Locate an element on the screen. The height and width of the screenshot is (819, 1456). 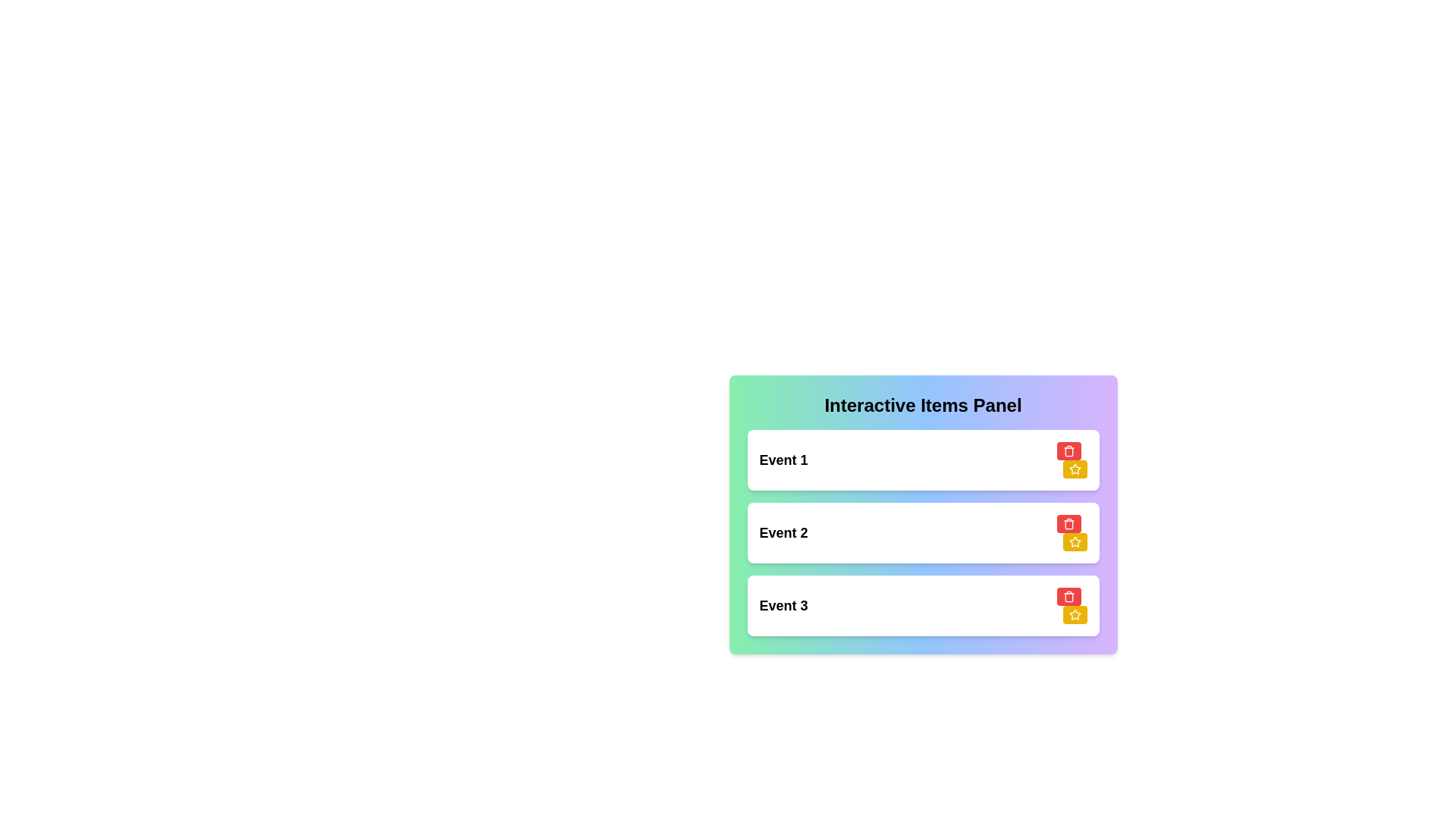
the yellow button with a star icon, which is the rightmost item is located at coordinates (1074, 541).